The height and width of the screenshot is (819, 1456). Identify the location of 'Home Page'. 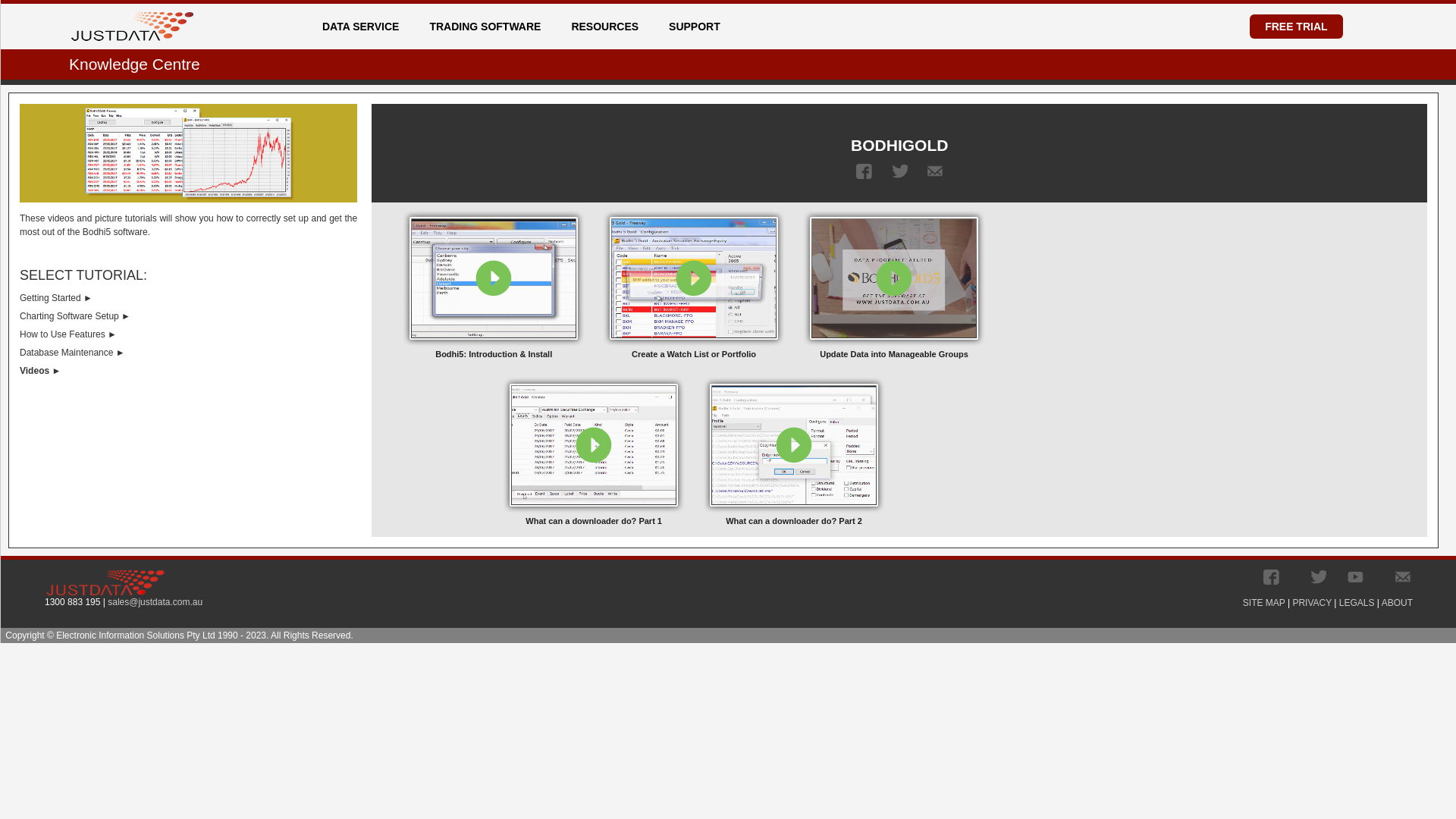
(71, 26).